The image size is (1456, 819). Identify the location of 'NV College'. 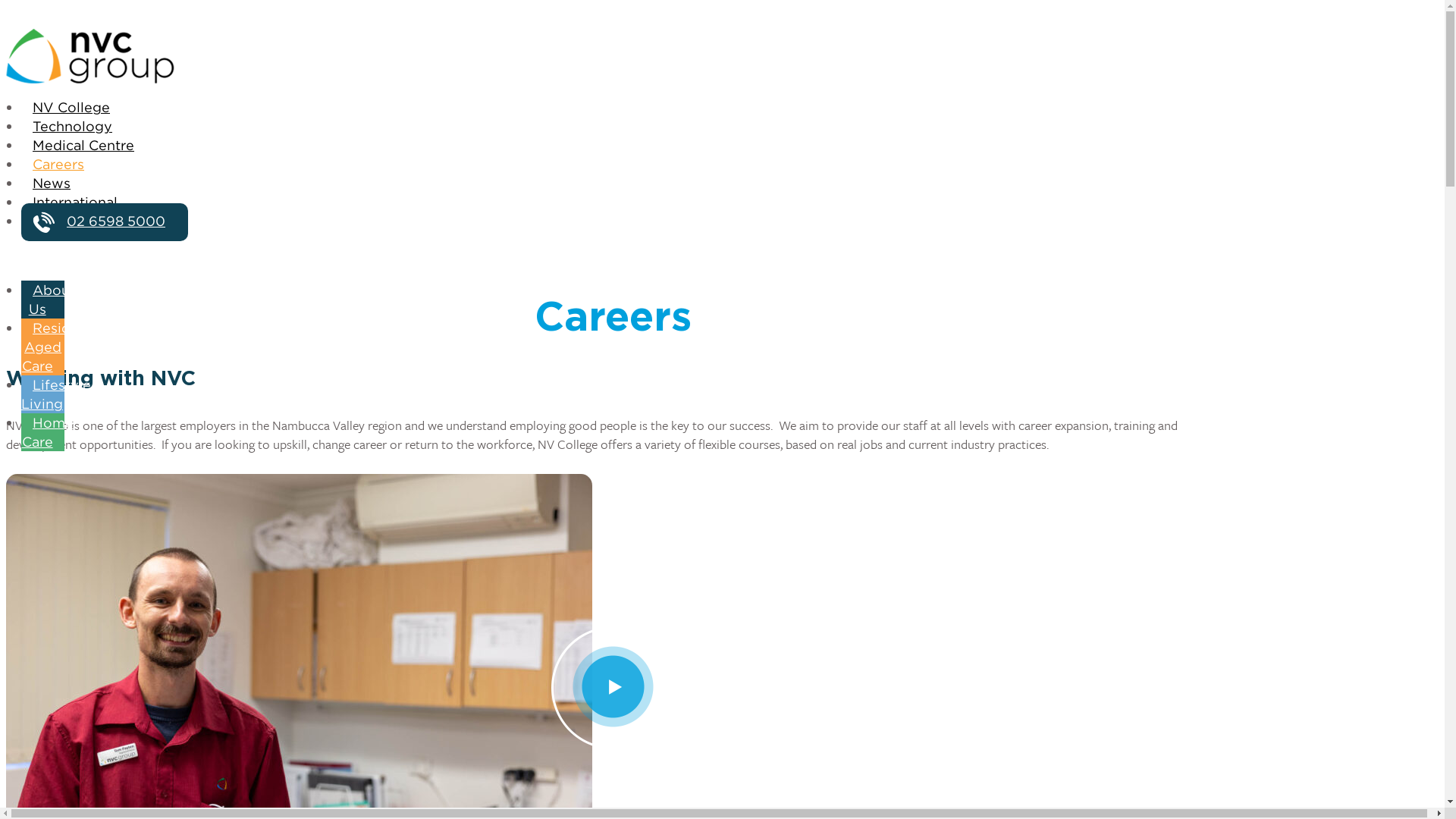
(71, 107).